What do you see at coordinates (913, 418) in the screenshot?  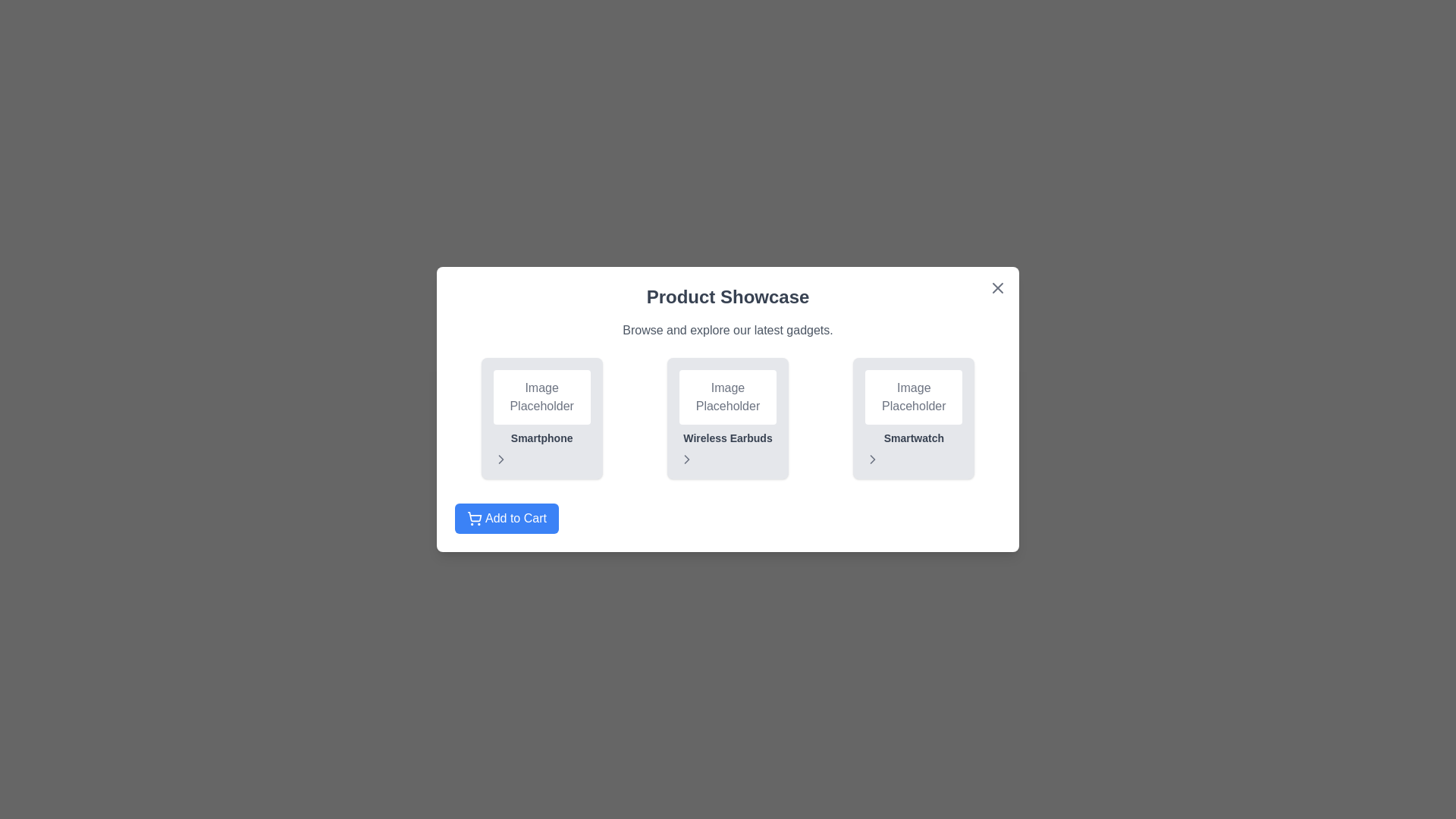 I see `text labels on the 'Smartwatch' product card, which is the third card in a row of three in the grid layout` at bounding box center [913, 418].